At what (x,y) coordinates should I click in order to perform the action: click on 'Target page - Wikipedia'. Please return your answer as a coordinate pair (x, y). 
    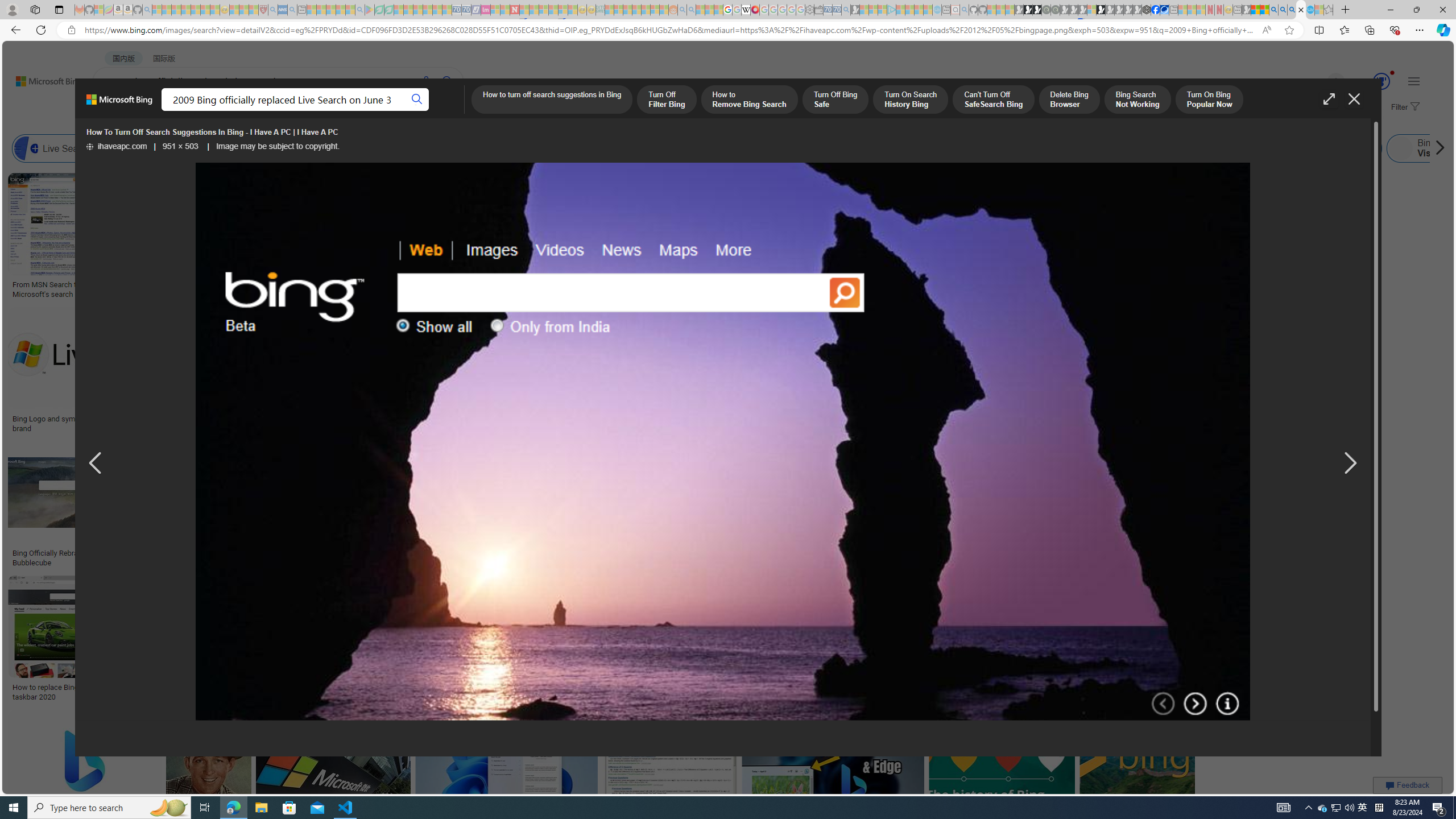
    Looking at the image, I should click on (746, 9).